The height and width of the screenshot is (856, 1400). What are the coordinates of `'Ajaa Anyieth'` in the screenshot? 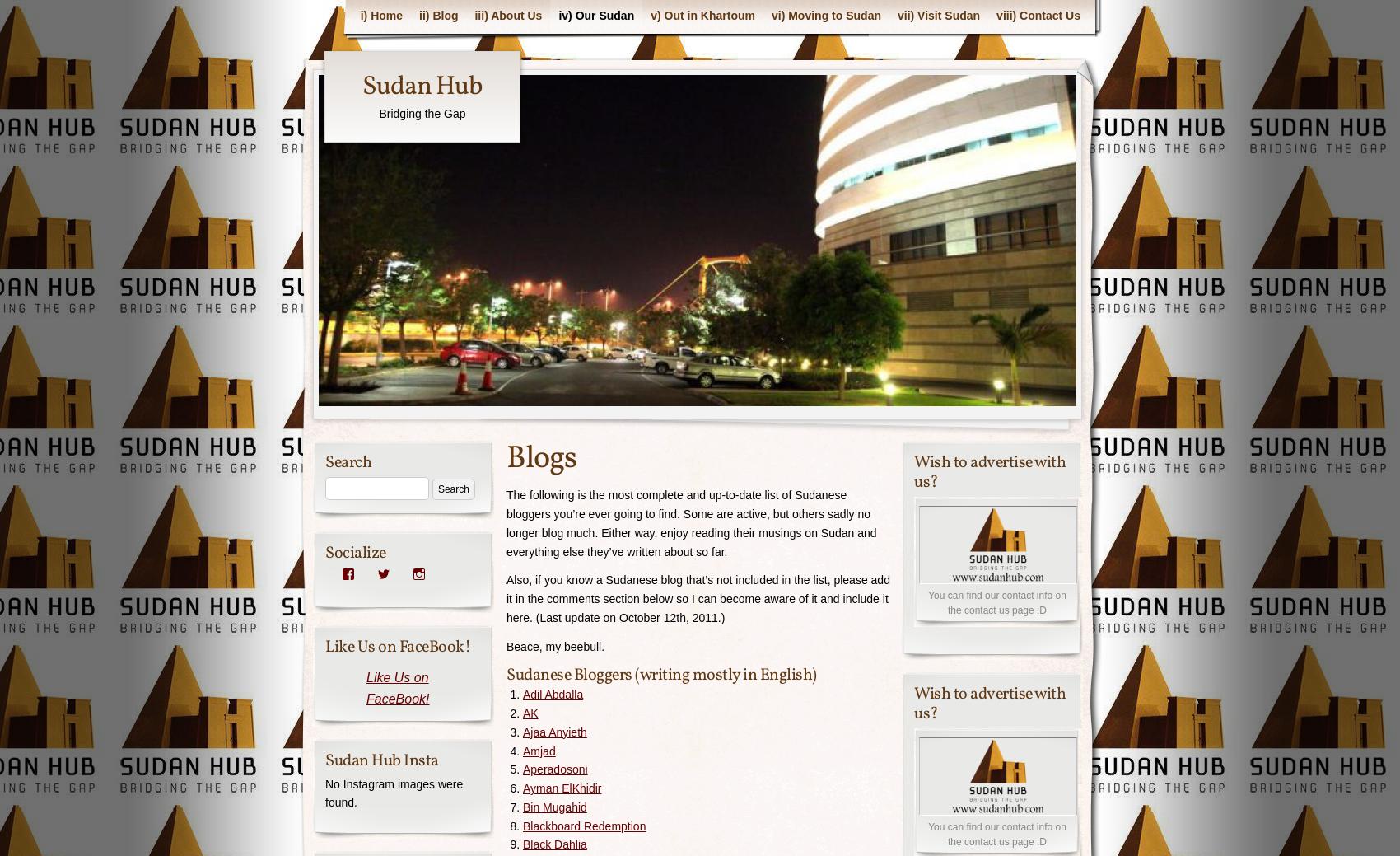 It's located at (554, 732).